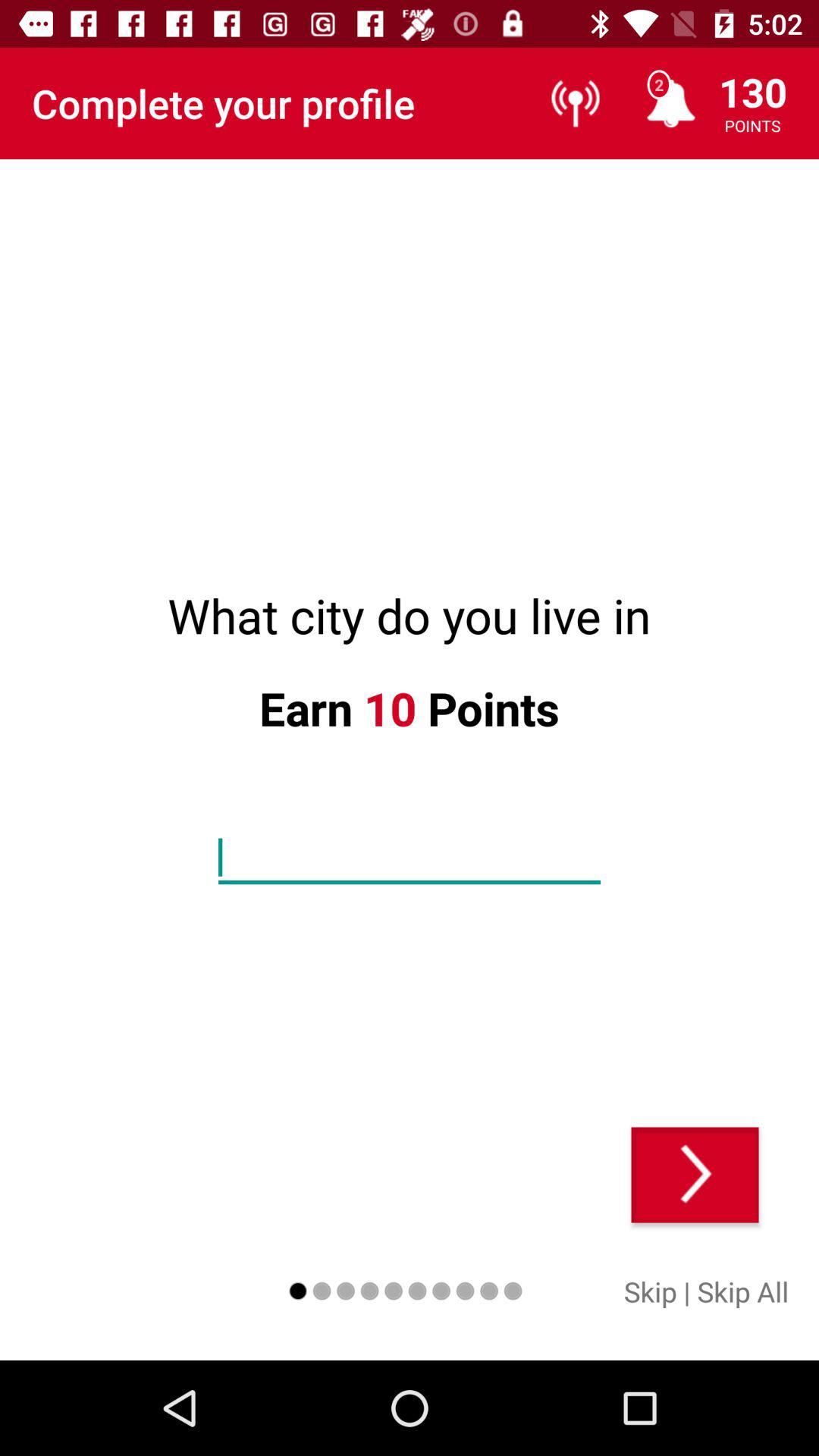 The height and width of the screenshot is (1456, 819). Describe the element at coordinates (742, 1291) in the screenshot. I see `item next to the  |  icon` at that location.